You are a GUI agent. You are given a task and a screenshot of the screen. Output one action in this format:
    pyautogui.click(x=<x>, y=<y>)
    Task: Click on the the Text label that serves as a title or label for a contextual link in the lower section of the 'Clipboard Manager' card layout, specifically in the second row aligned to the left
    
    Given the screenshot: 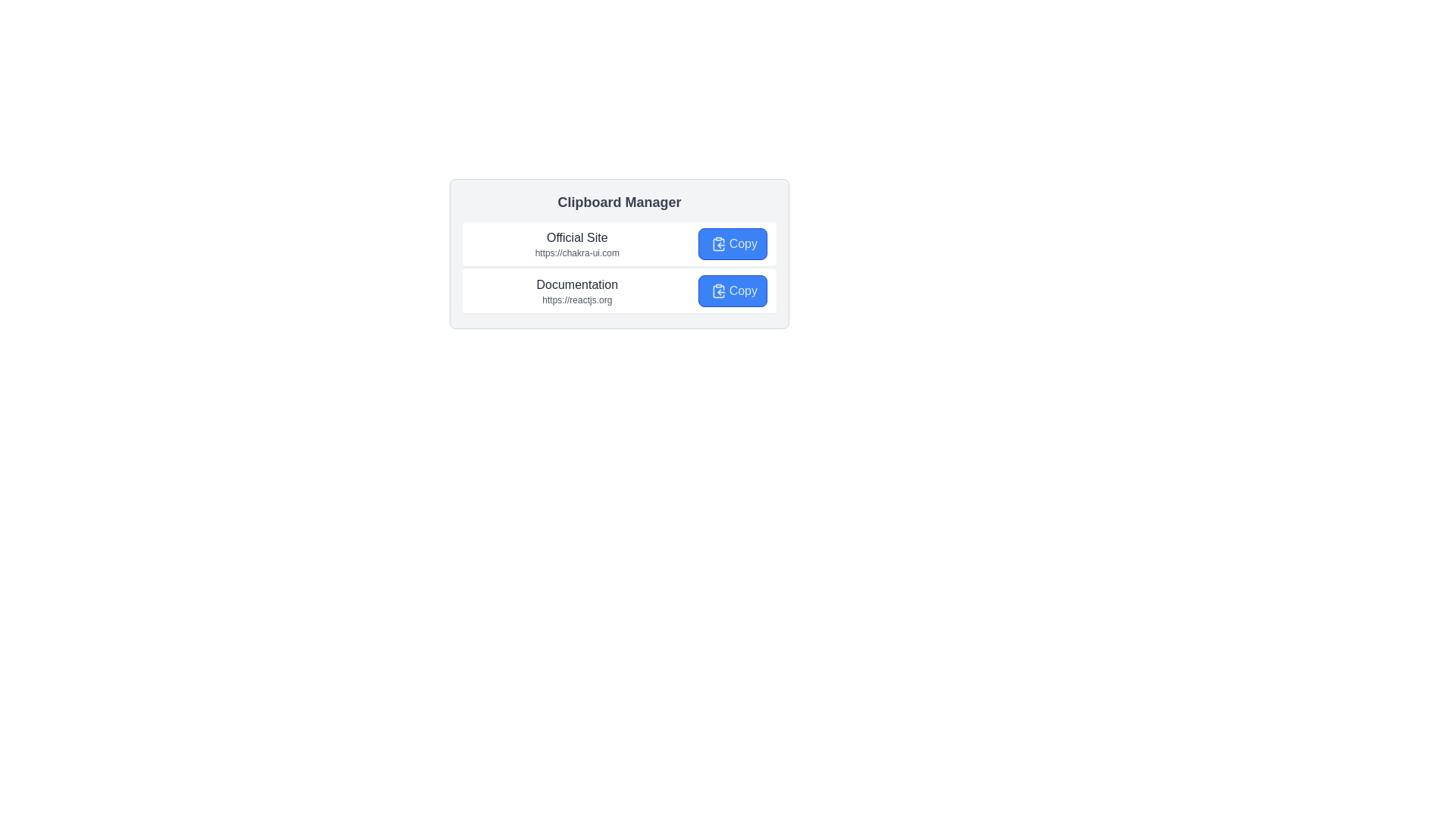 What is the action you would take?
    pyautogui.click(x=576, y=284)
    